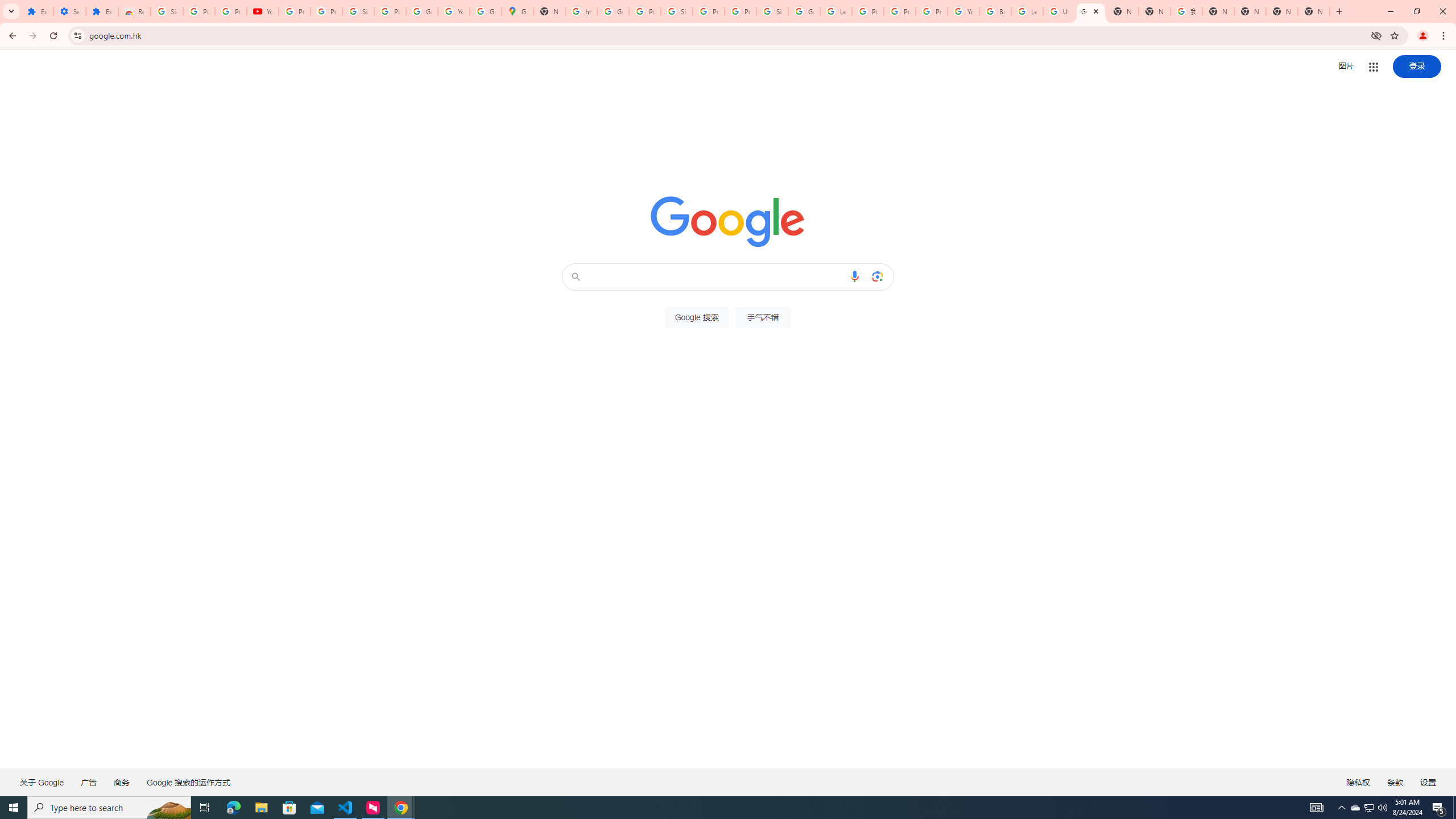 The image size is (1456, 819). What do you see at coordinates (134, 11) in the screenshot?
I see `'Reviews: Helix Fruit Jump Arcade Game'` at bounding box center [134, 11].